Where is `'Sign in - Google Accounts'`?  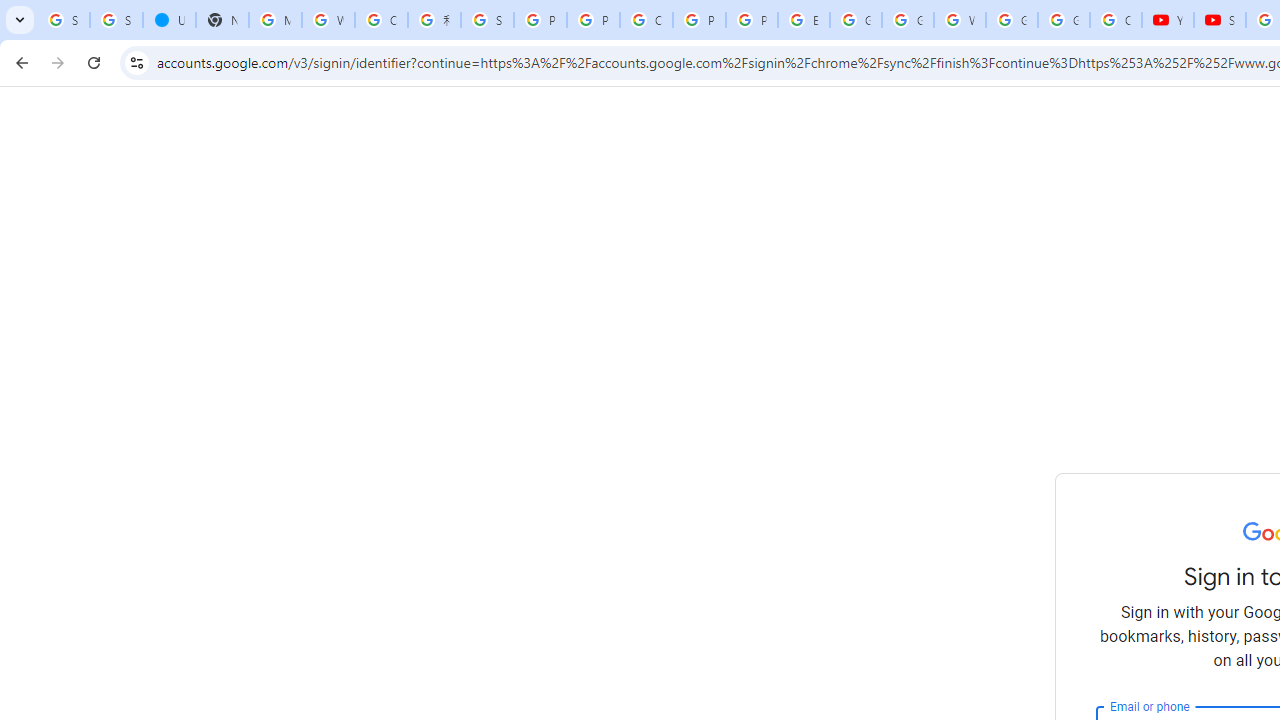
'Sign in - Google Accounts' is located at coordinates (115, 20).